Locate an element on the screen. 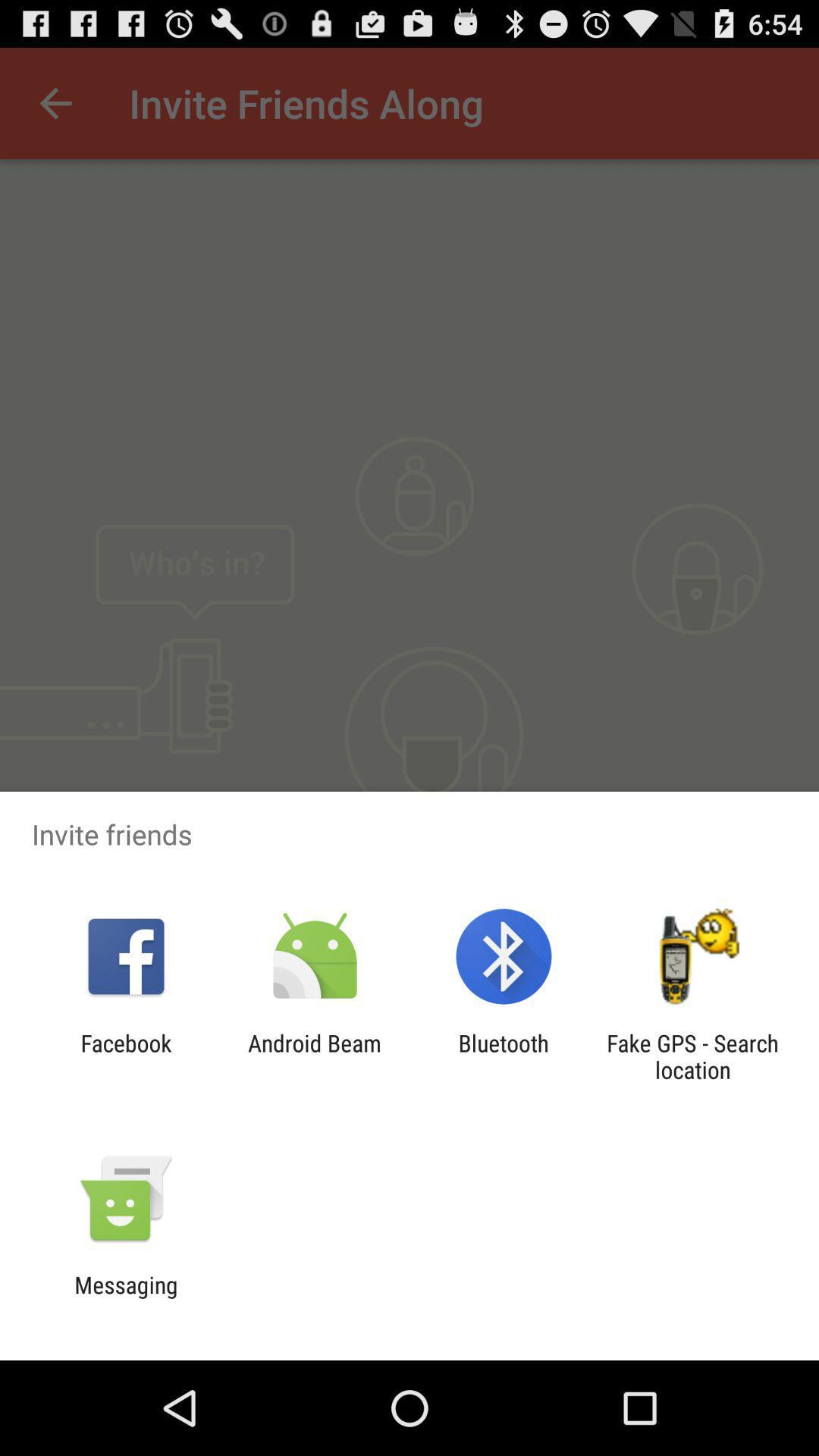 This screenshot has height=1456, width=819. app to the left of fake gps search app is located at coordinates (504, 1056).